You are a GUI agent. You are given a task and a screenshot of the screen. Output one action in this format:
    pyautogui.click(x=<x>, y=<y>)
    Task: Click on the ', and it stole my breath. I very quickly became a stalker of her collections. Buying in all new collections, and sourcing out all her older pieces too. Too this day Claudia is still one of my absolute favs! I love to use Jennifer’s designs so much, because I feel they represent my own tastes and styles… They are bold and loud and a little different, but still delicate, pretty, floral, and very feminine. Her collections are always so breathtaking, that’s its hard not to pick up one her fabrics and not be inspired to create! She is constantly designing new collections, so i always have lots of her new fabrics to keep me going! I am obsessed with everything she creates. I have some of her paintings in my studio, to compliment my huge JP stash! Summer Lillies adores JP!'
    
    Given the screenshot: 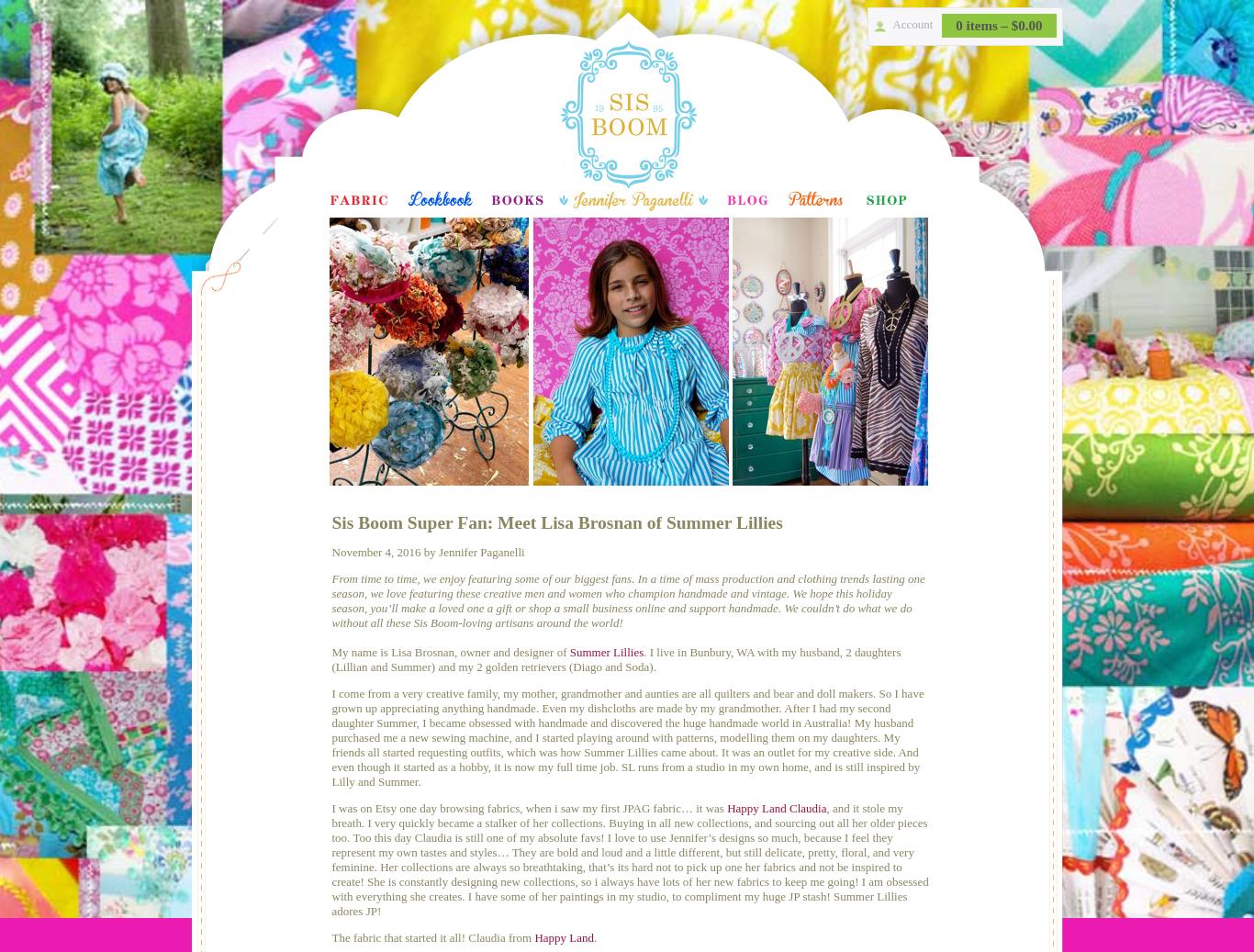 What is the action you would take?
    pyautogui.click(x=630, y=859)
    